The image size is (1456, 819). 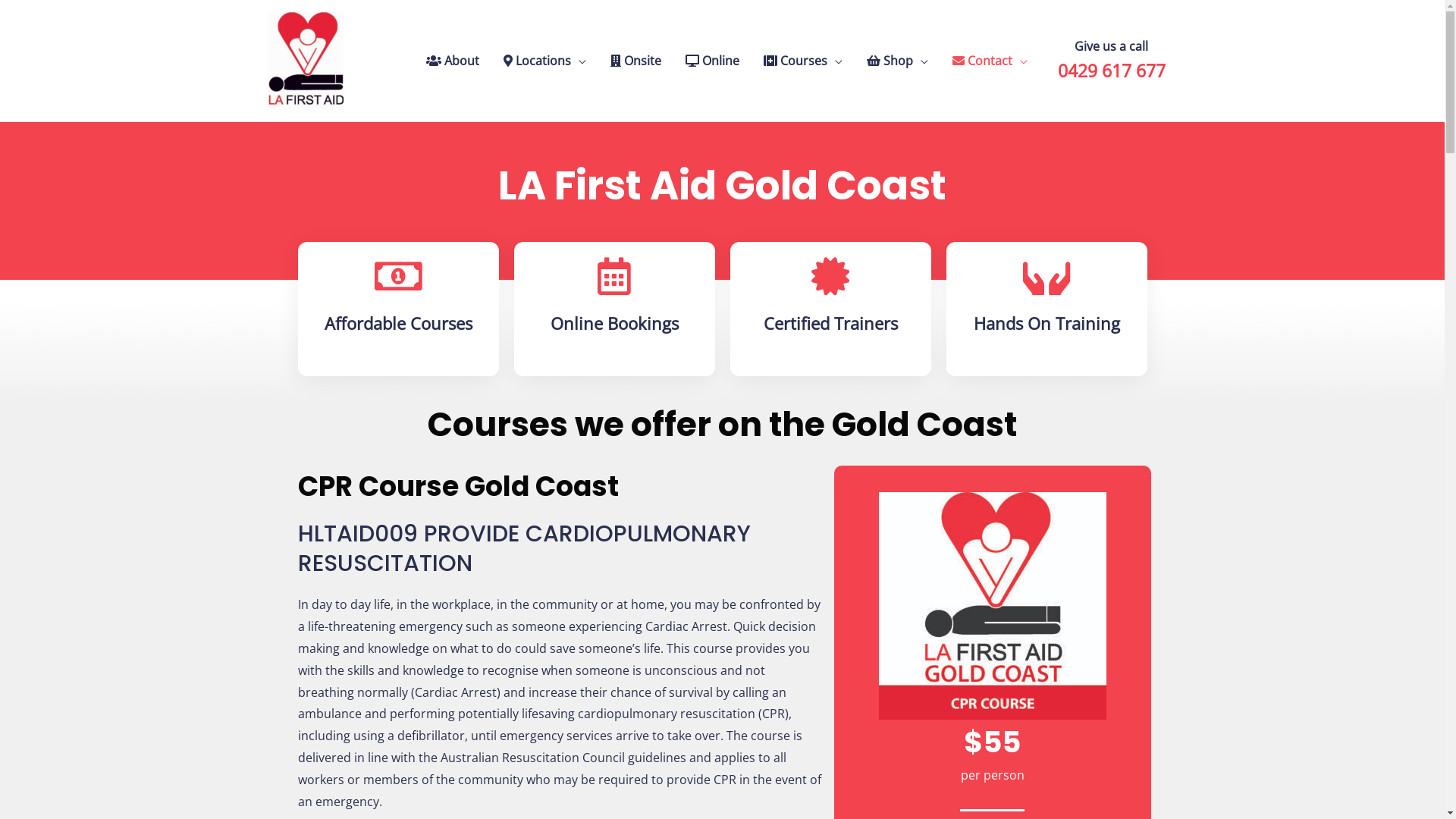 I want to click on 'Locations', so click(x=544, y=60).